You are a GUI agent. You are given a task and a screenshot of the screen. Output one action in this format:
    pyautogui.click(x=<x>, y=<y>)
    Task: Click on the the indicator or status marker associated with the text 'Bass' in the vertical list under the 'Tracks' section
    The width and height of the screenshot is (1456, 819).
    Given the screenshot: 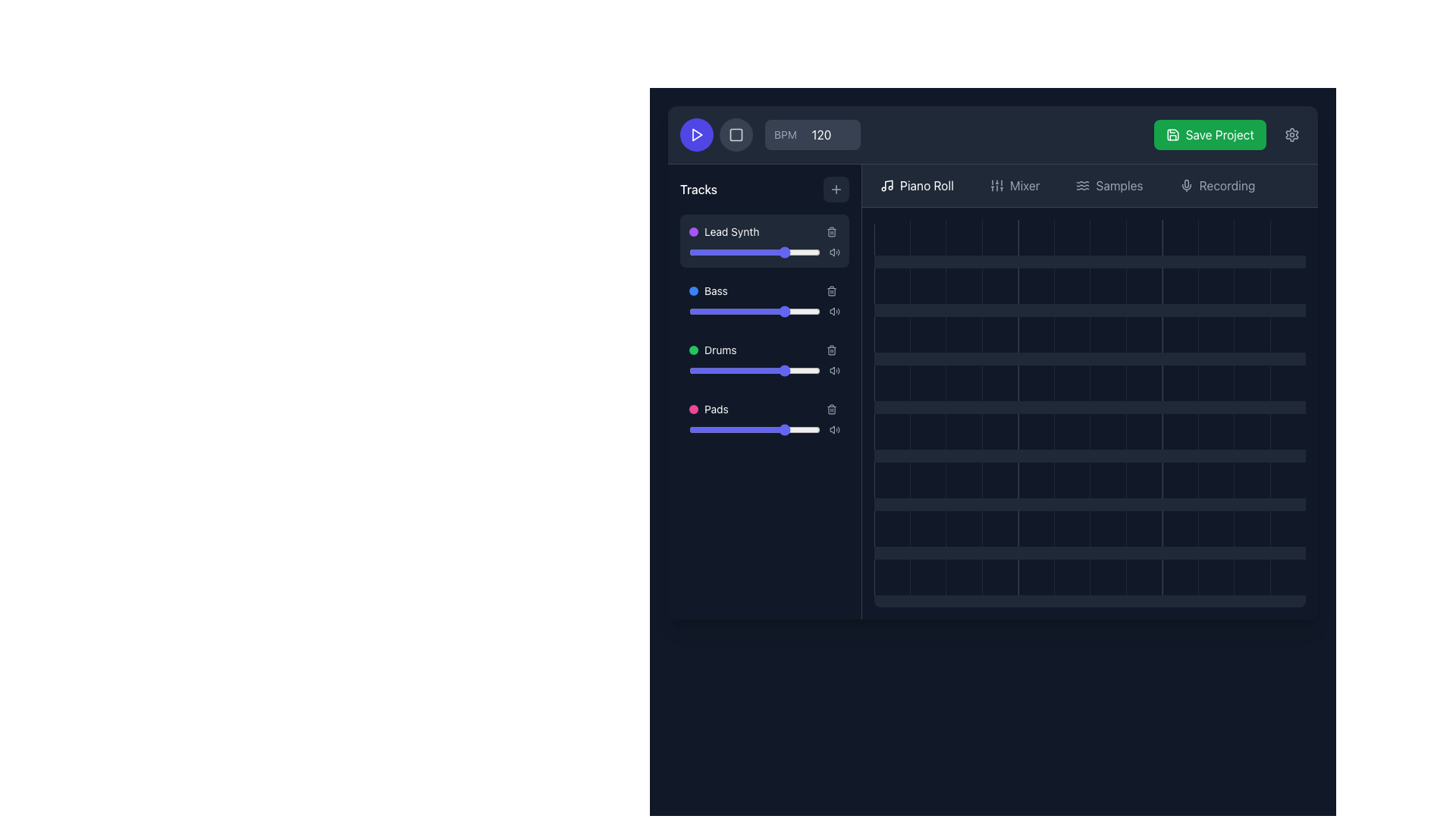 What is the action you would take?
    pyautogui.click(x=693, y=291)
    